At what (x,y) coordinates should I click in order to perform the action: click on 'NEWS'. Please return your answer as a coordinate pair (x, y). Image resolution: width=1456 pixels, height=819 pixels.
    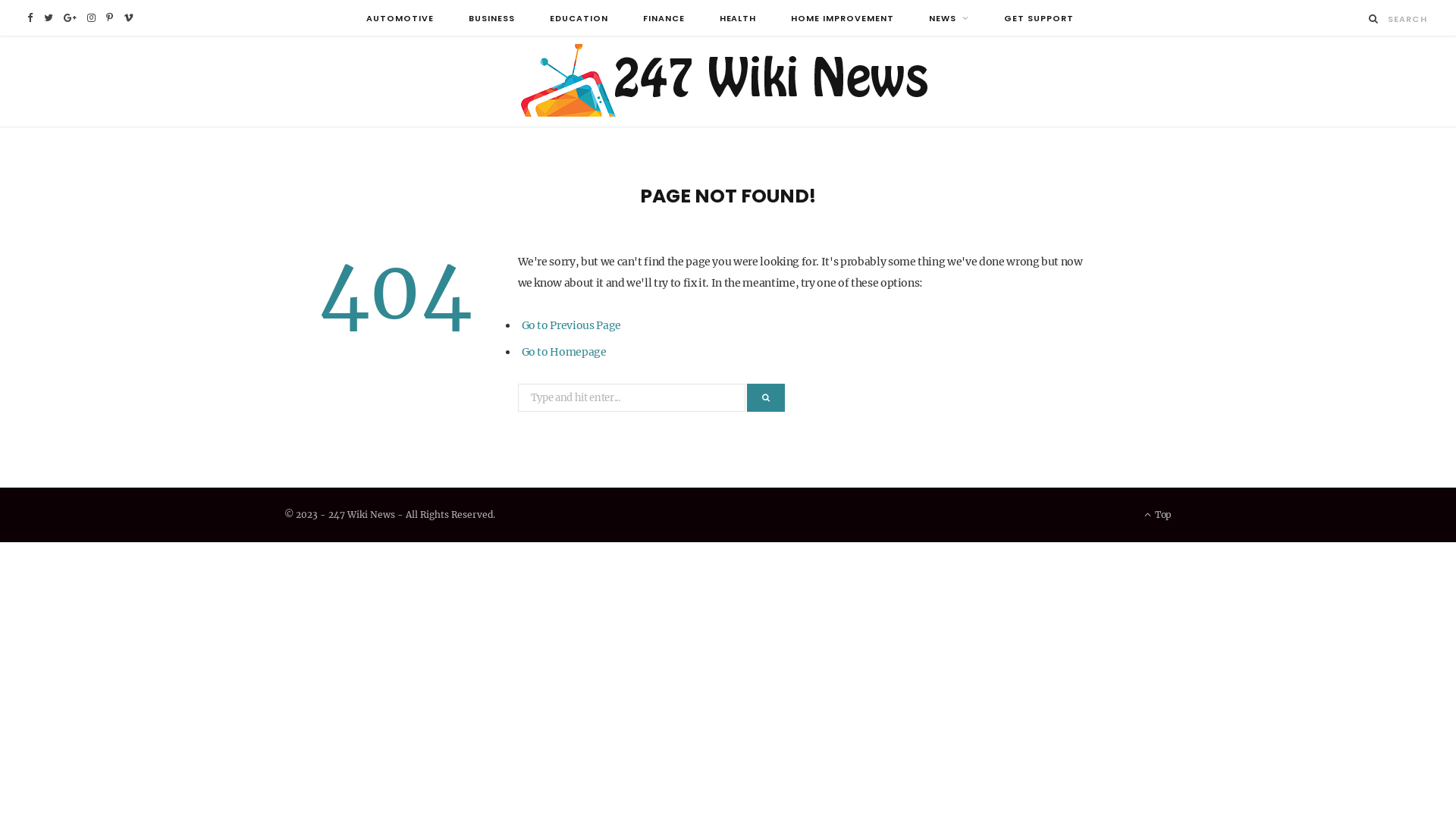
    Looking at the image, I should click on (948, 17).